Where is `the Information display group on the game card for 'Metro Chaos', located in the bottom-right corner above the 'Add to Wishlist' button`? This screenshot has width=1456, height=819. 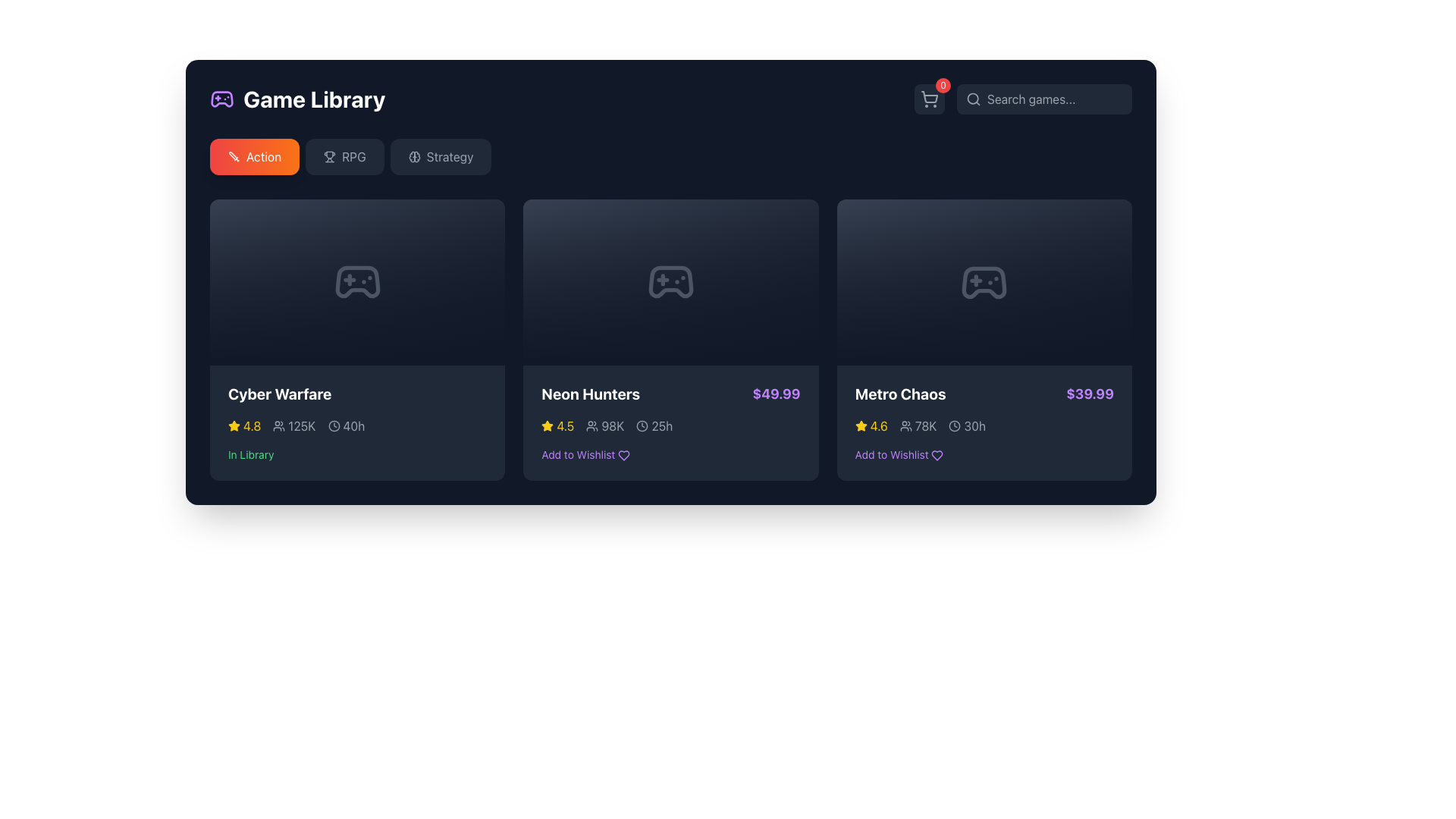
the Information display group on the game card for 'Metro Chaos', located in the bottom-right corner above the 'Add to Wishlist' button is located at coordinates (984, 426).